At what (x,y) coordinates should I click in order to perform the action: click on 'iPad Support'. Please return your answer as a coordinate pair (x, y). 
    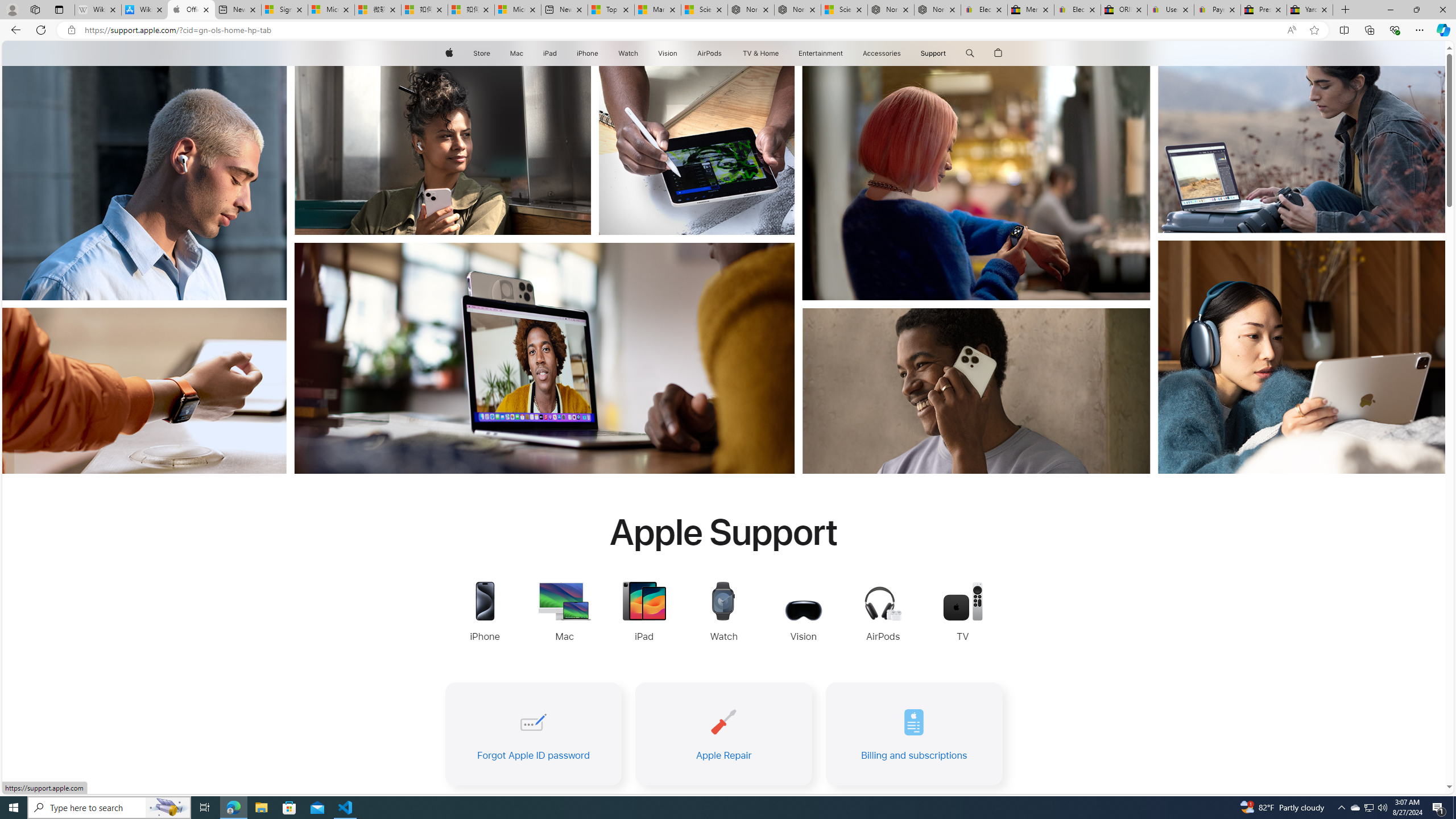
    Looking at the image, I should click on (644, 612).